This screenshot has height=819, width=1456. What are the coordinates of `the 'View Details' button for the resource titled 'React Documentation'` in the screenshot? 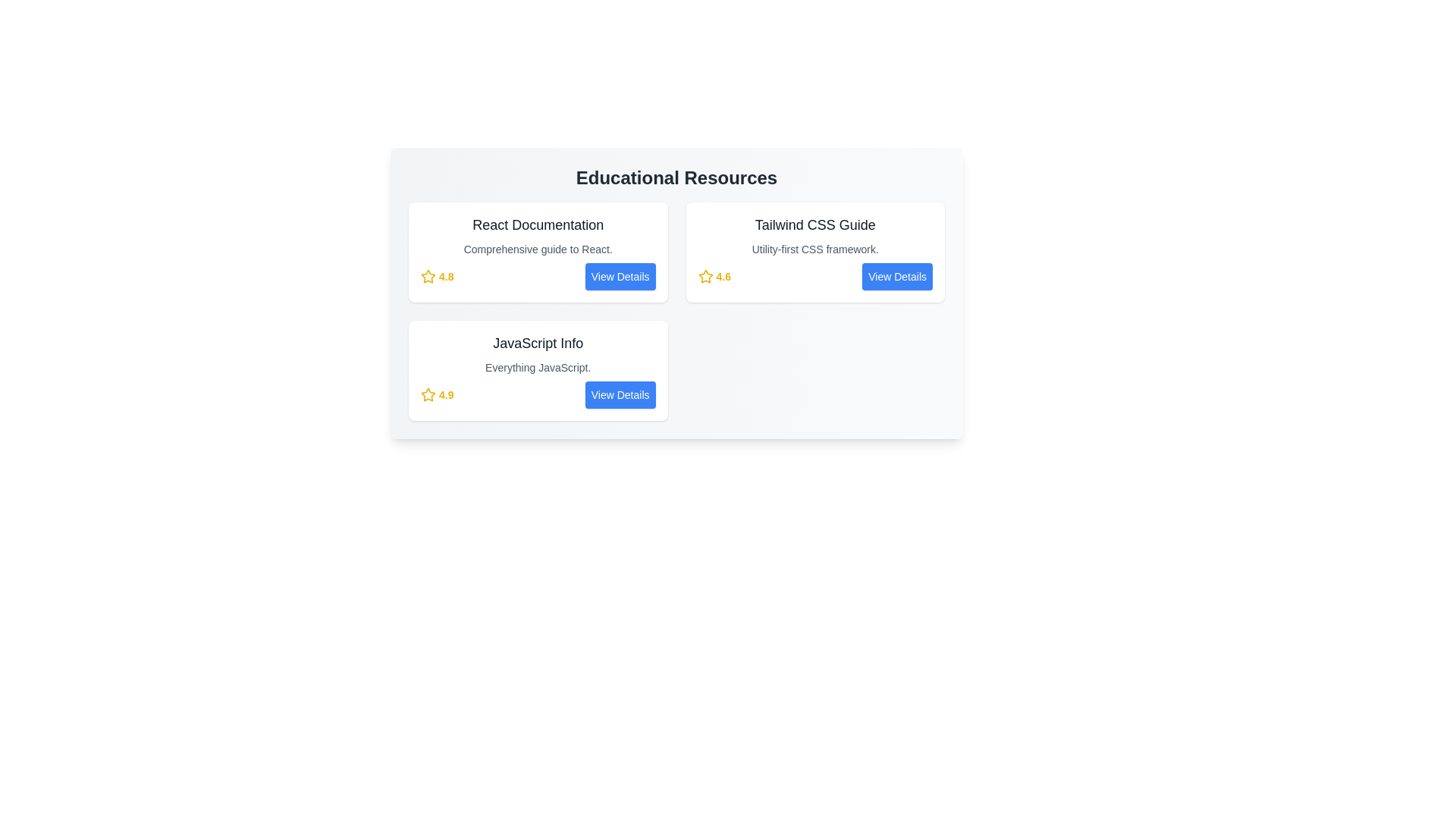 It's located at (620, 277).